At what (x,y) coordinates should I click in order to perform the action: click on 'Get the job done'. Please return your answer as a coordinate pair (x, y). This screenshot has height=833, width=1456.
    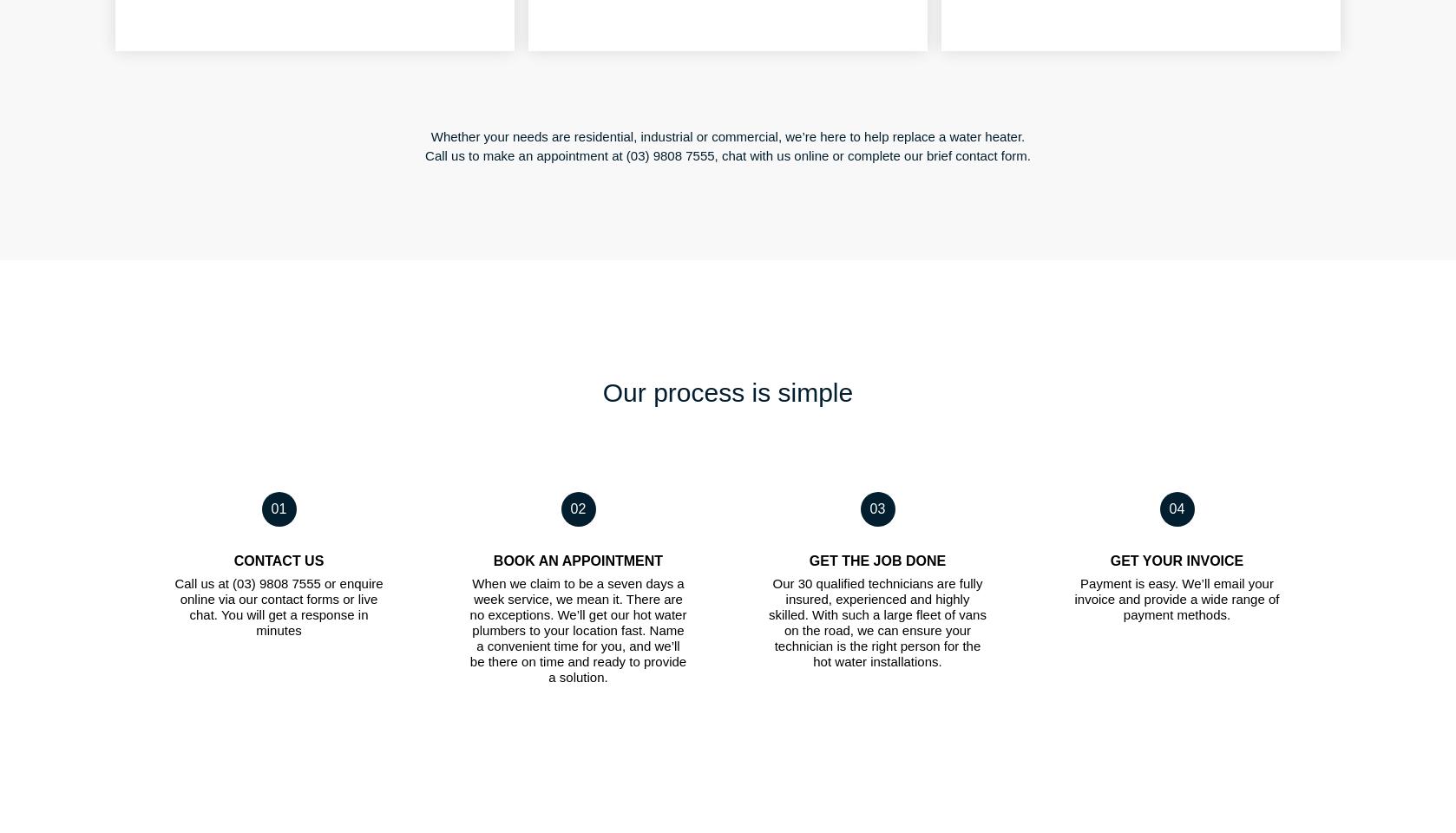
    Looking at the image, I should click on (876, 559).